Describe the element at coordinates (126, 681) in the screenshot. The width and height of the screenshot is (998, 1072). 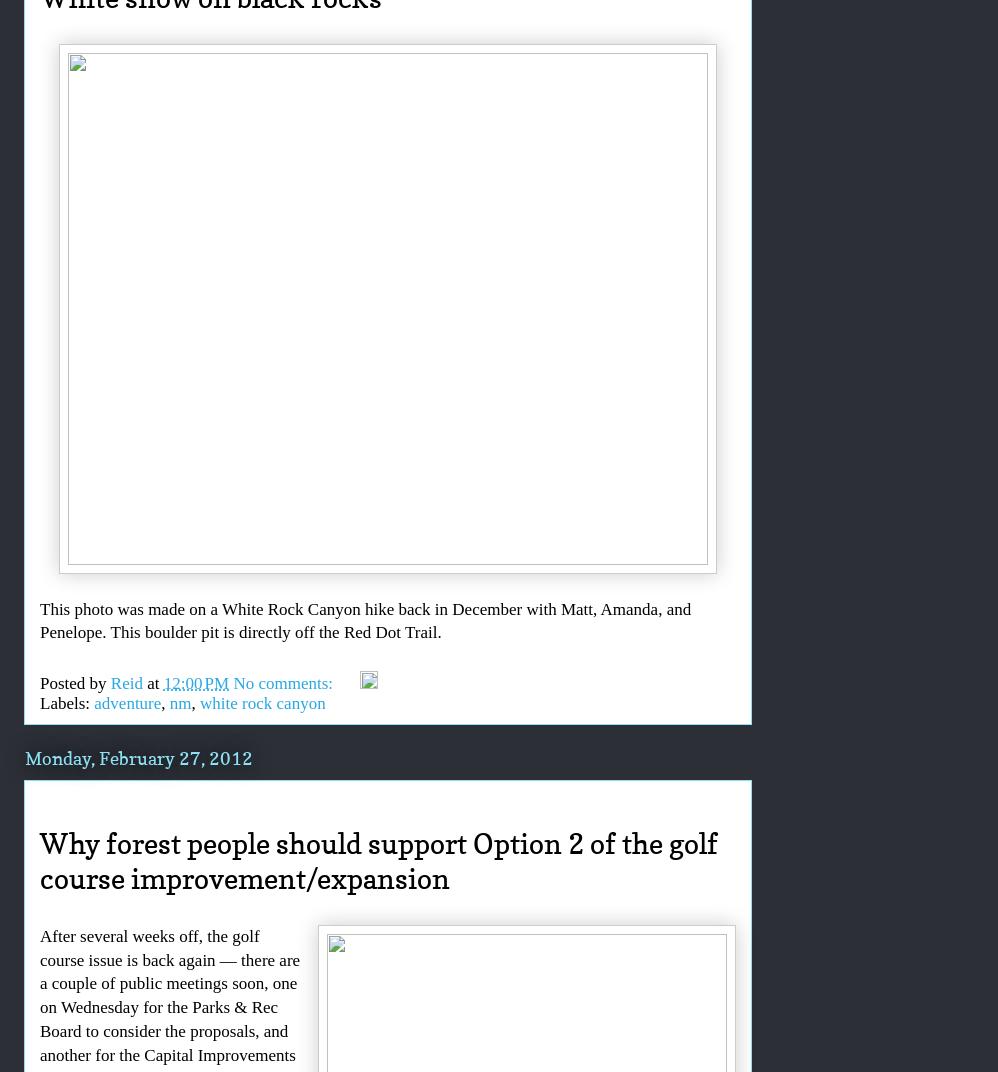
I see `'Reid'` at that location.